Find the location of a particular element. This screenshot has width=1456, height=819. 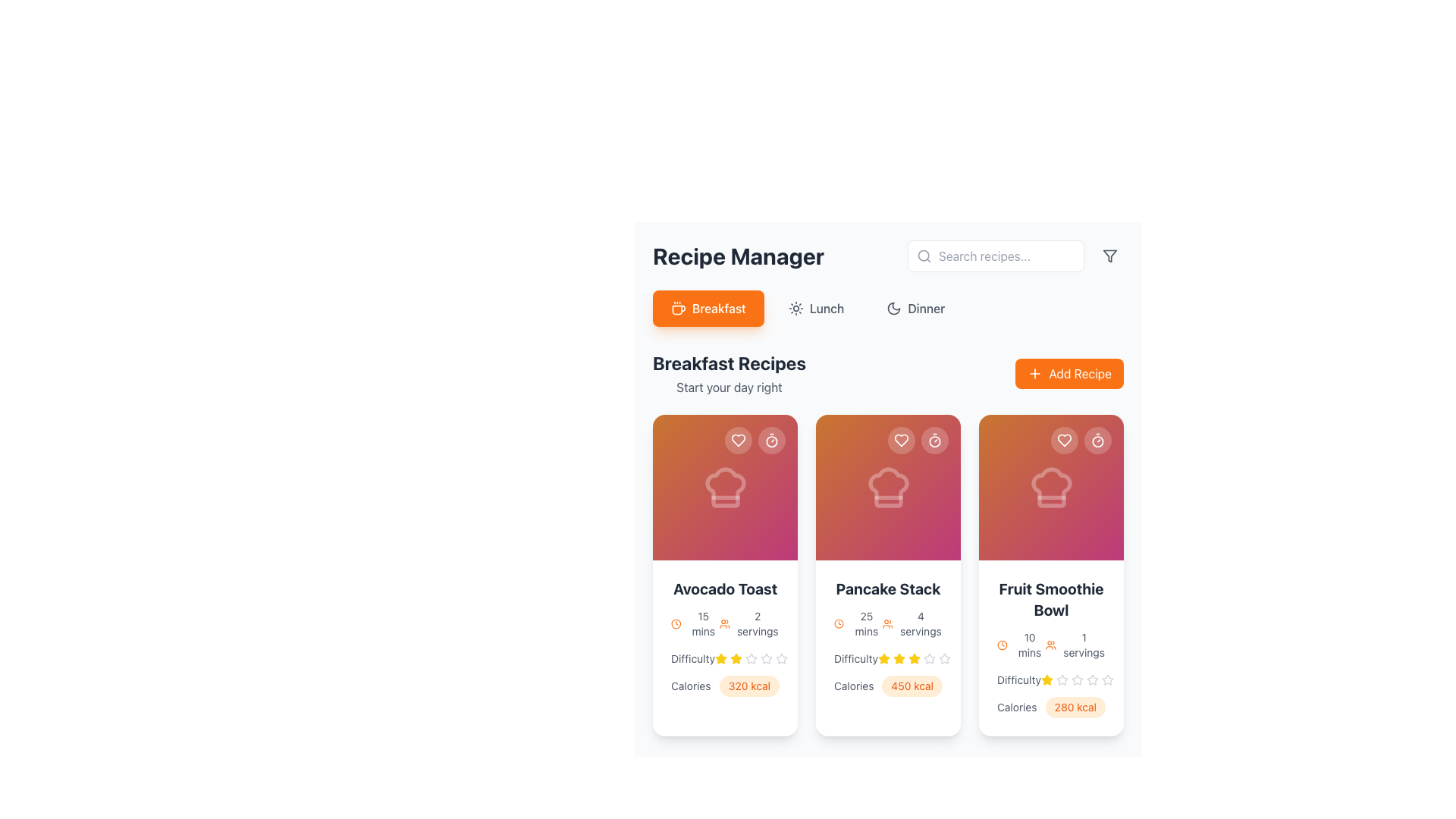

the text label displaying '1 servings', which is styled in gray and provides information about servings for a recipe, located to the right of a user figures icon is located at coordinates (1083, 645).